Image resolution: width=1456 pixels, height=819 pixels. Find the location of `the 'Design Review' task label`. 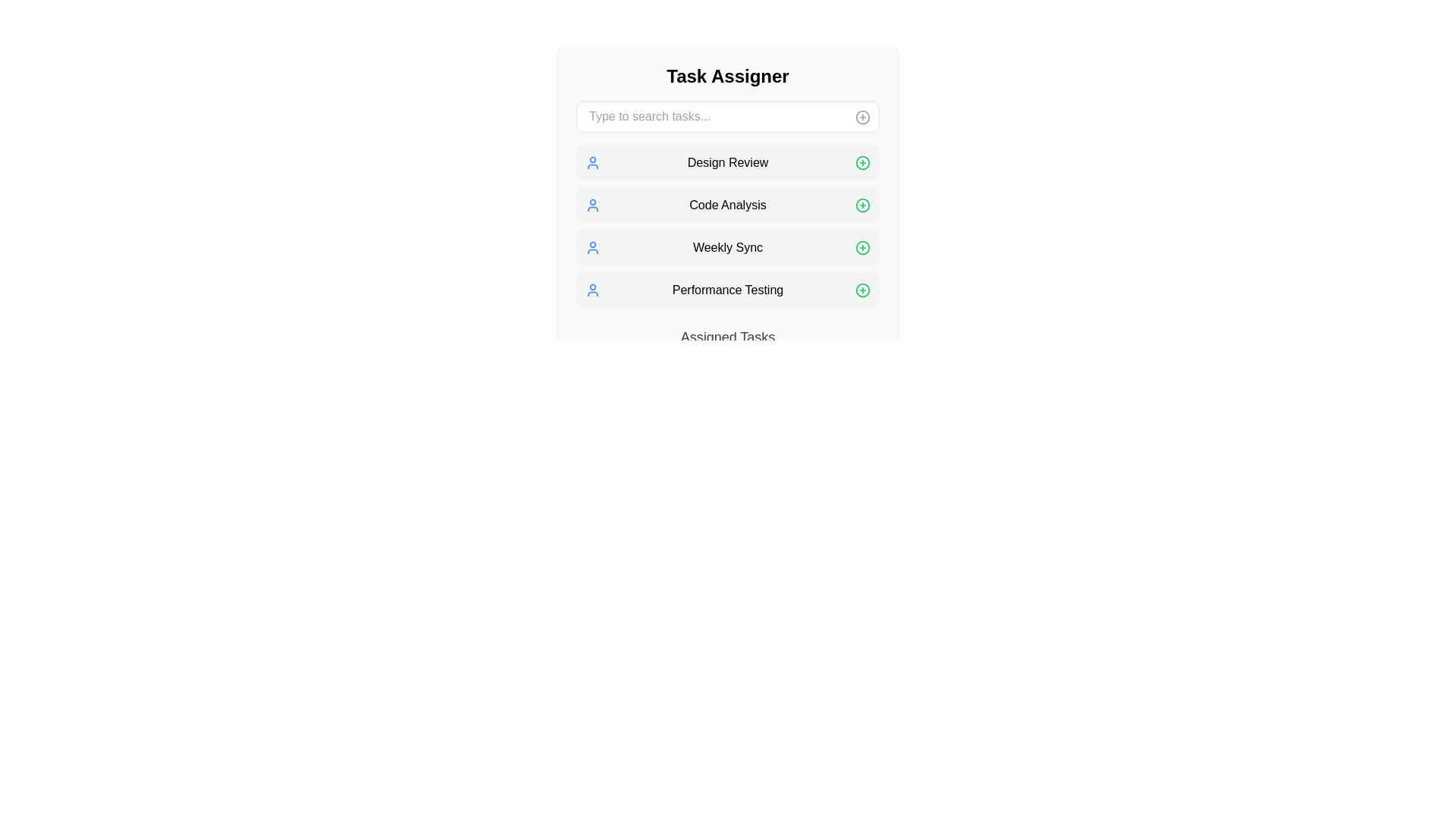

the 'Design Review' task label is located at coordinates (728, 163).